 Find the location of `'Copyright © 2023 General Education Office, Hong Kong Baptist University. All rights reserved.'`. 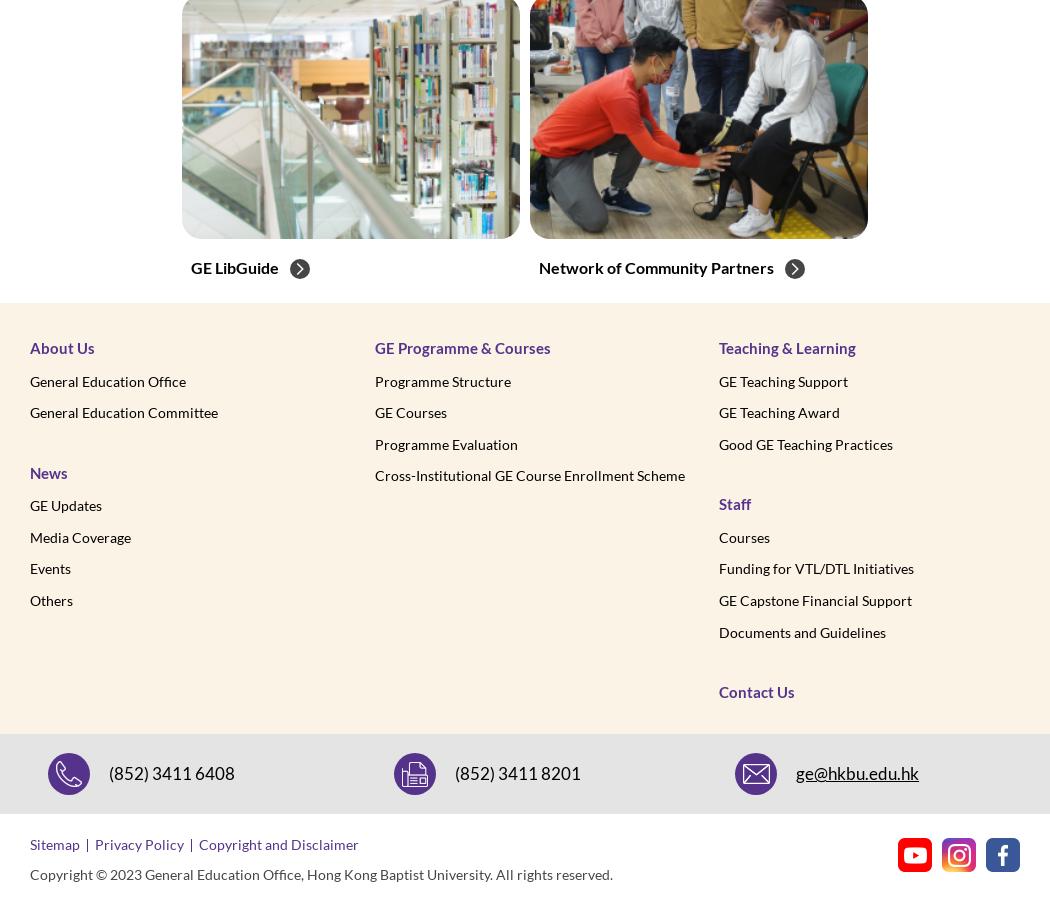

'Copyright © 2023 General Education Office, Hong Kong Baptist University. All rights reserved.' is located at coordinates (30, 873).